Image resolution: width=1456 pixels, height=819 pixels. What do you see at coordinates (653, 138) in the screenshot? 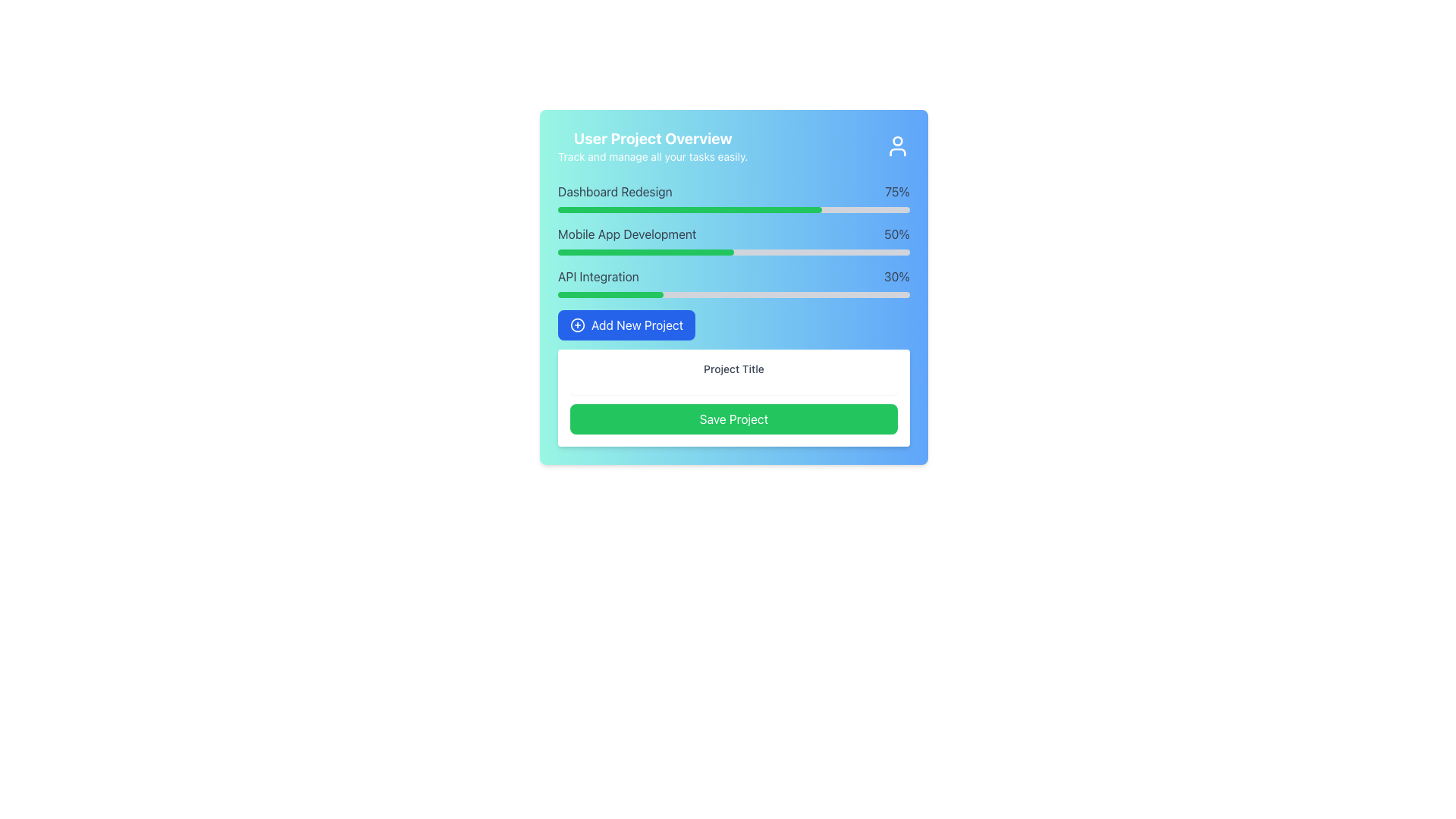
I see `the bold heading text 'User Project Overview'` at bounding box center [653, 138].